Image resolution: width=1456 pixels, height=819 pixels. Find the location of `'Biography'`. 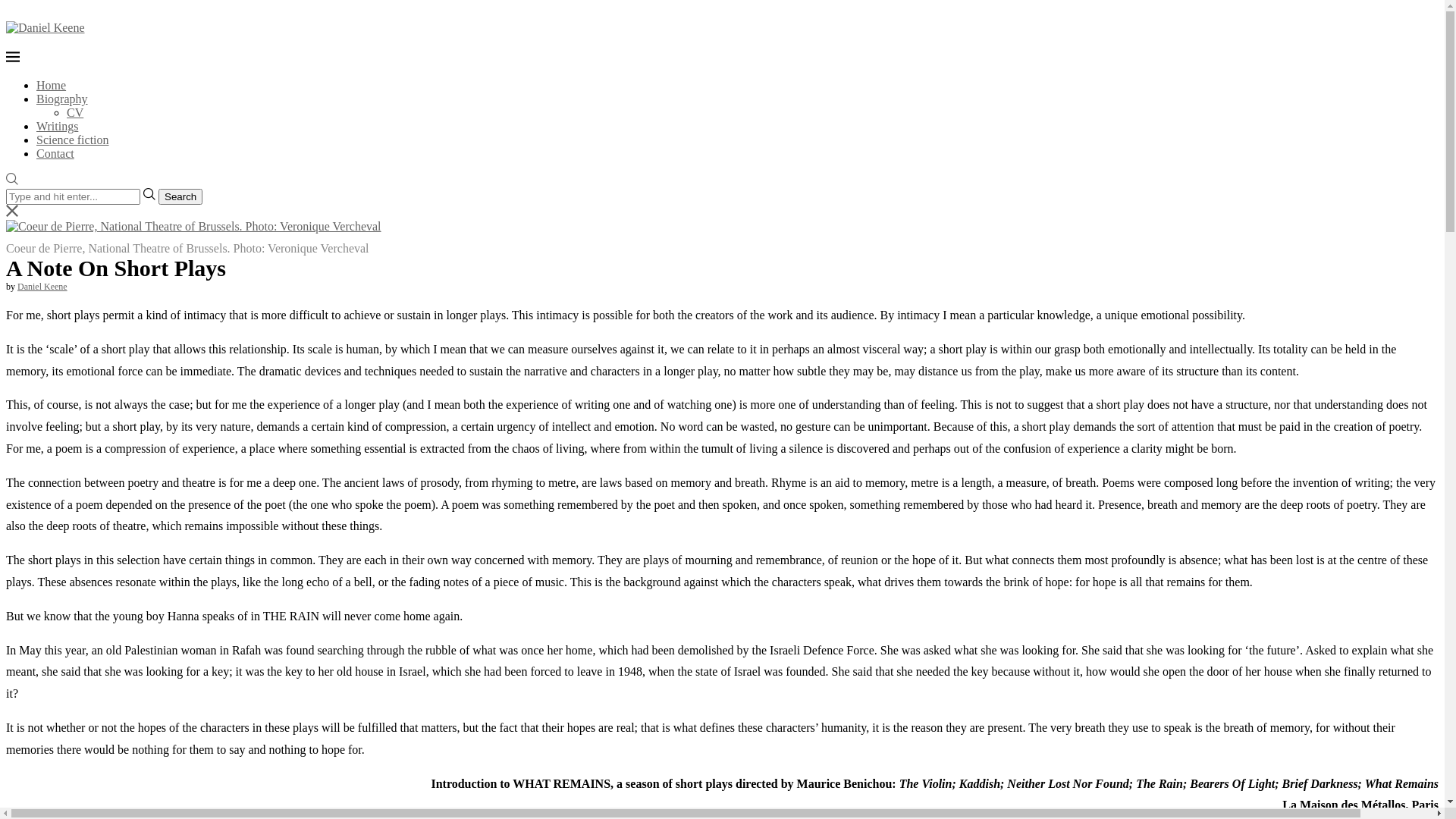

'Biography' is located at coordinates (61, 99).